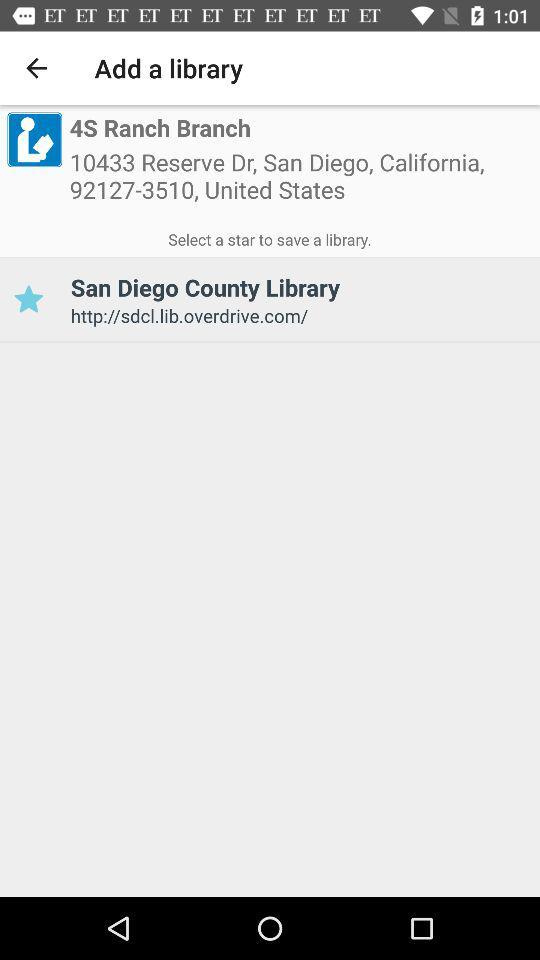 Image resolution: width=540 pixels, height=960 pixels. What do you see at coordinates (159, 128) in the screenshot?
I see `4s ranch branch icon` at bounding box center [159, 128].